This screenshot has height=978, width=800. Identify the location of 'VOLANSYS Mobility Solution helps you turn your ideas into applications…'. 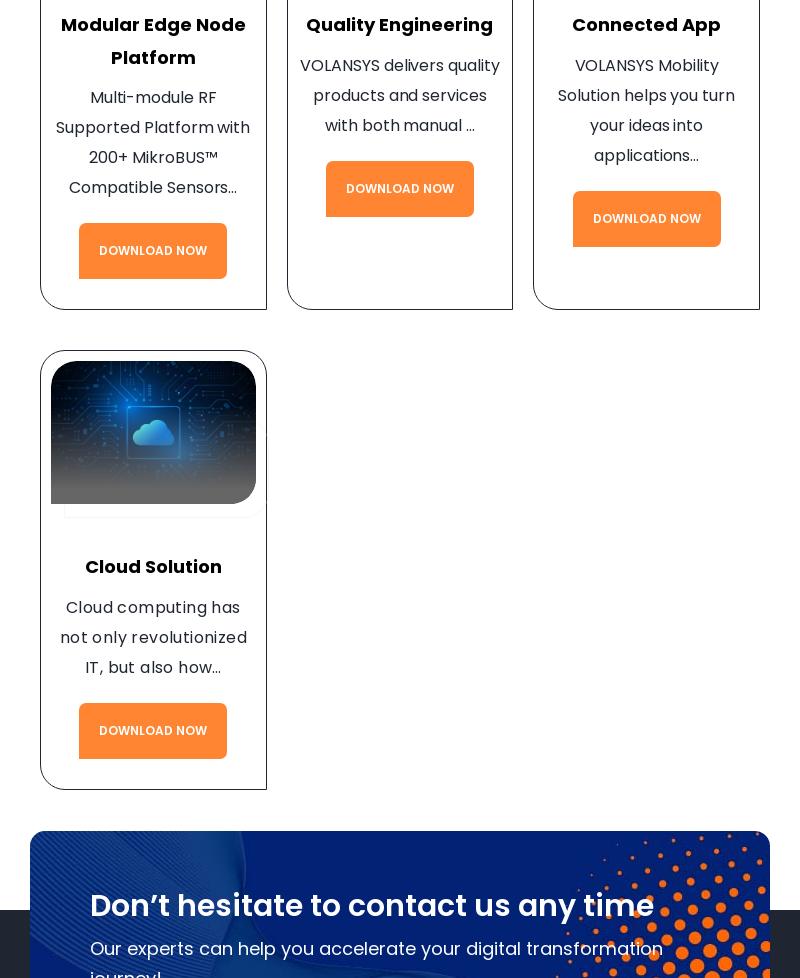
(645, 109).